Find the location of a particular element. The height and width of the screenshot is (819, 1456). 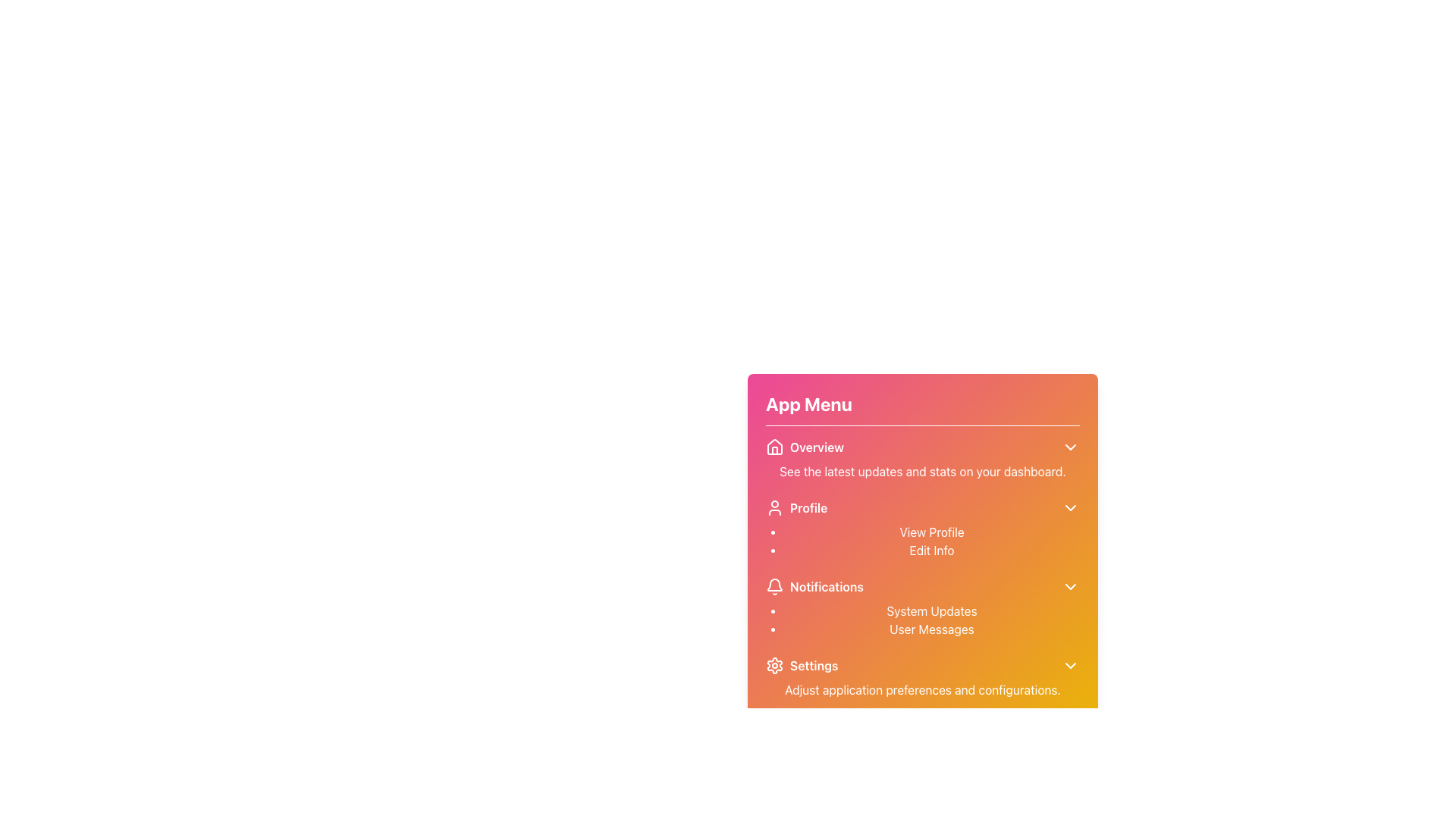

the first text item in the 'Profile' section of the menu is located at coordinates (930, 532).